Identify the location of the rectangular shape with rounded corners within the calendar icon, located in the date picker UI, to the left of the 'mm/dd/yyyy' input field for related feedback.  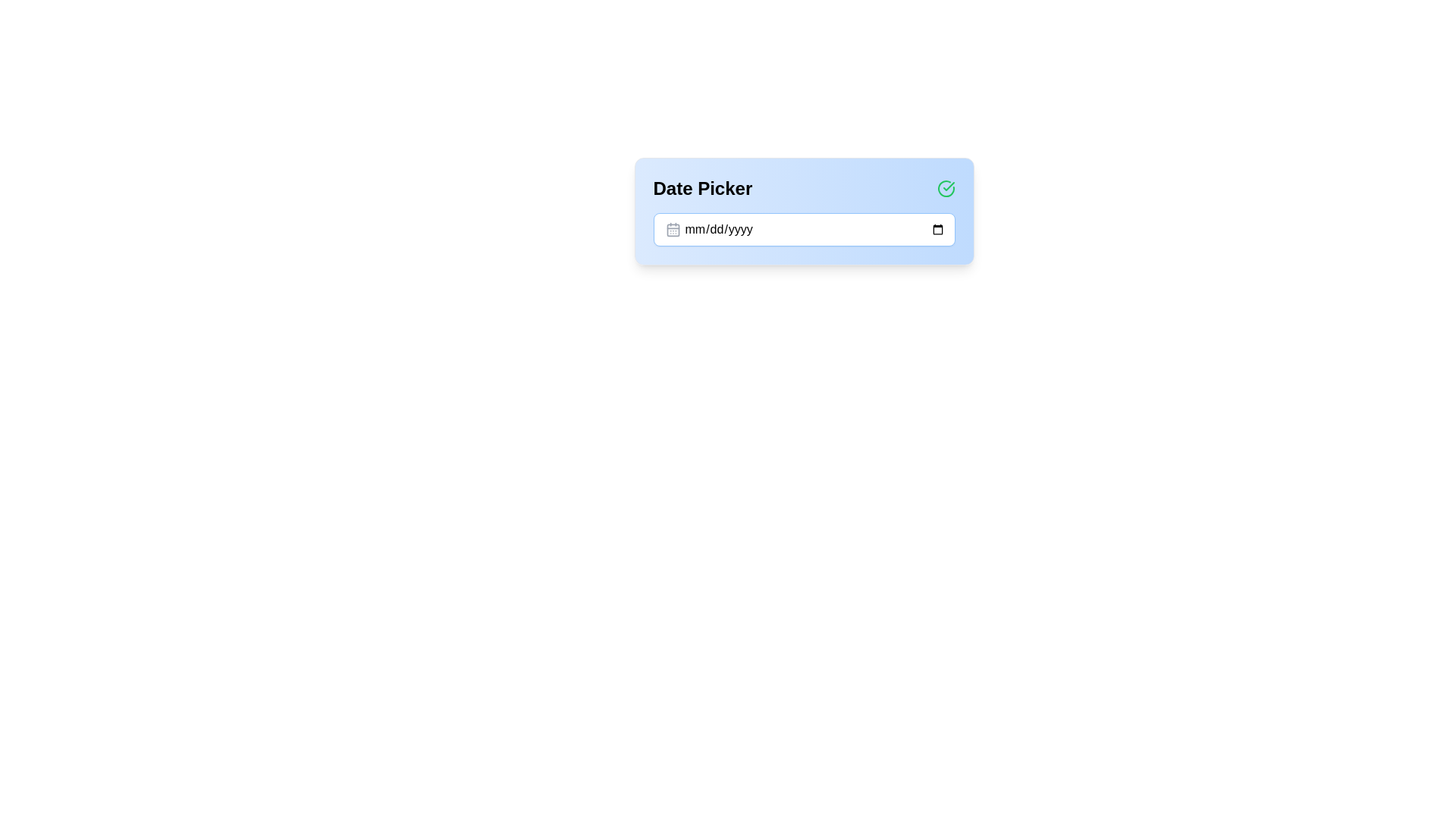
(672, 230).